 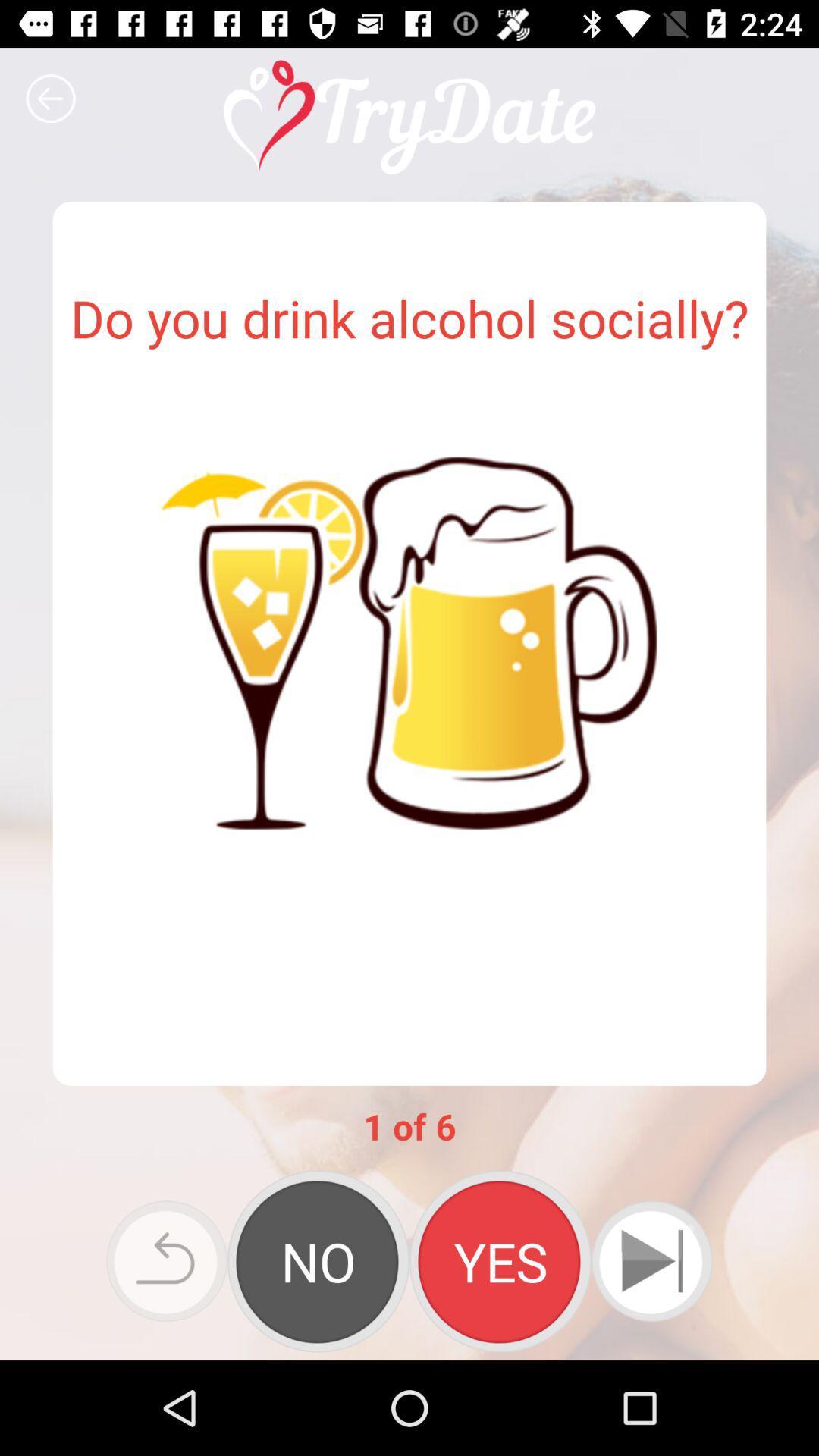 I want to click on item at the bottom right corner, so click(x=651, y=1261).